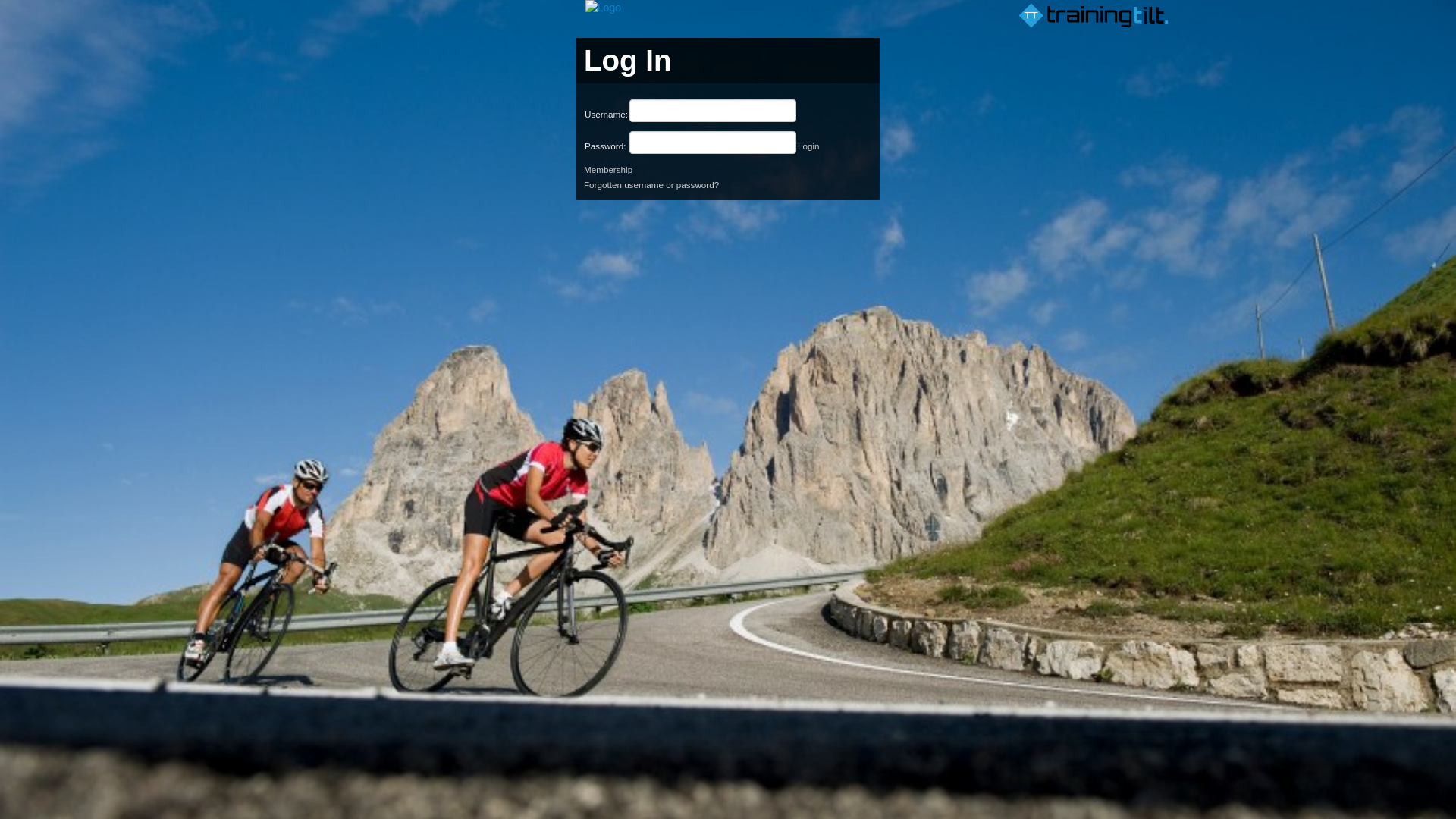 This screenshot has width=1456, height=819. I want to click on 'Forgotten username or password?', so click(582, 184).